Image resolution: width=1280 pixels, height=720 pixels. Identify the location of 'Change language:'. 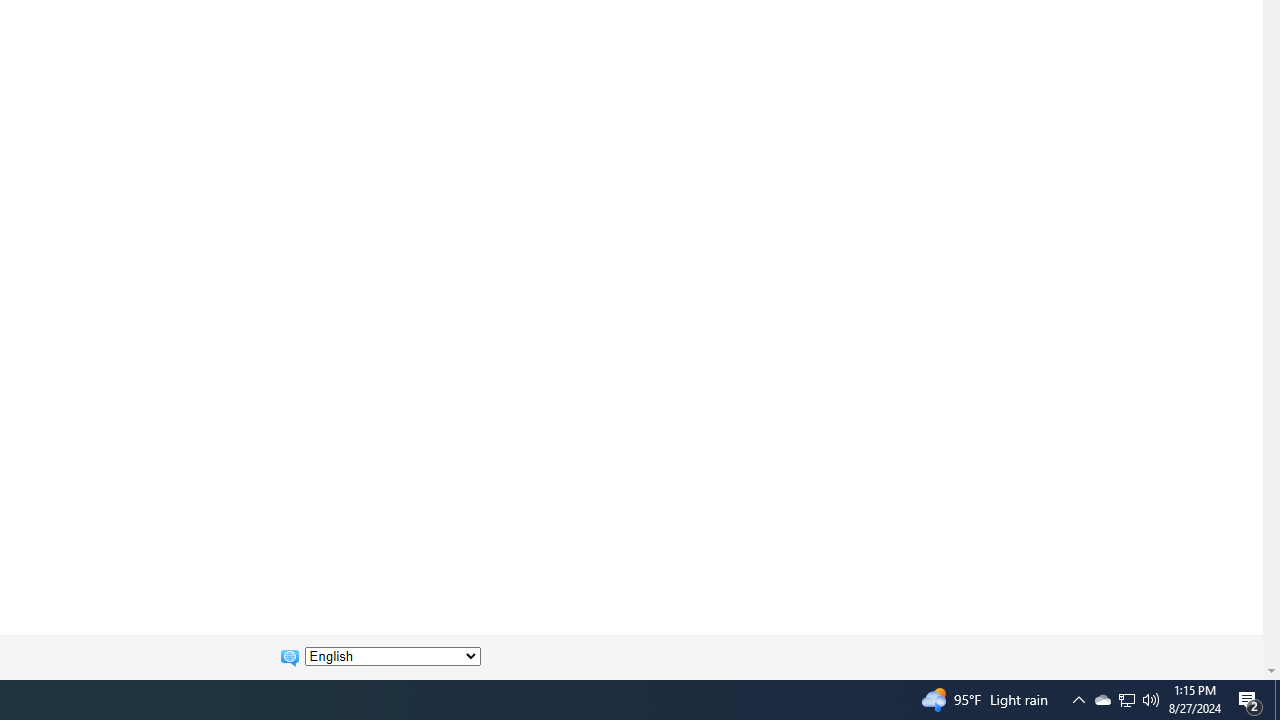
(392, 656).